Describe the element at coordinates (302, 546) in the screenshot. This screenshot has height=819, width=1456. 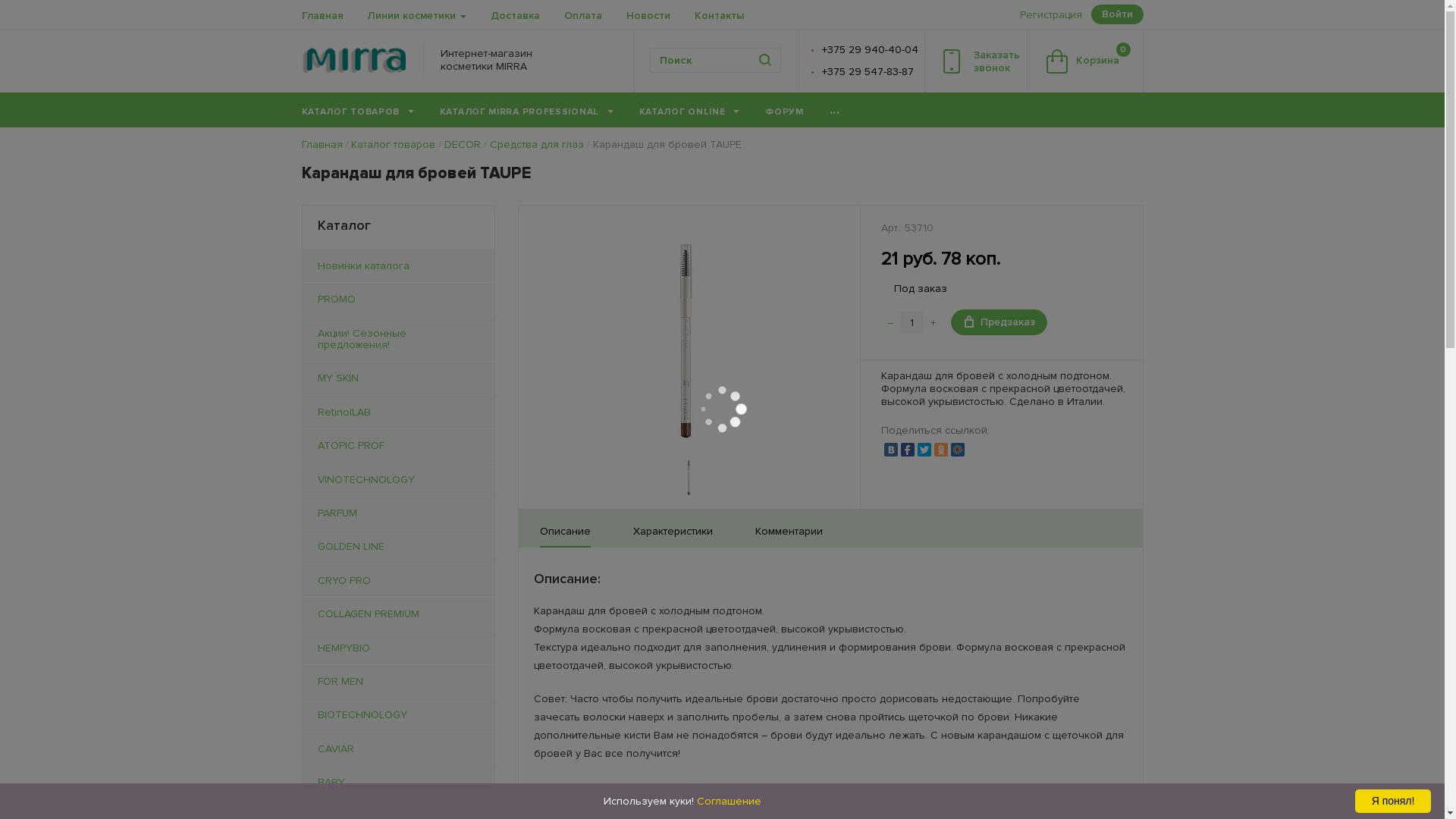
I see `'GOLDEN LINE'` at that location.